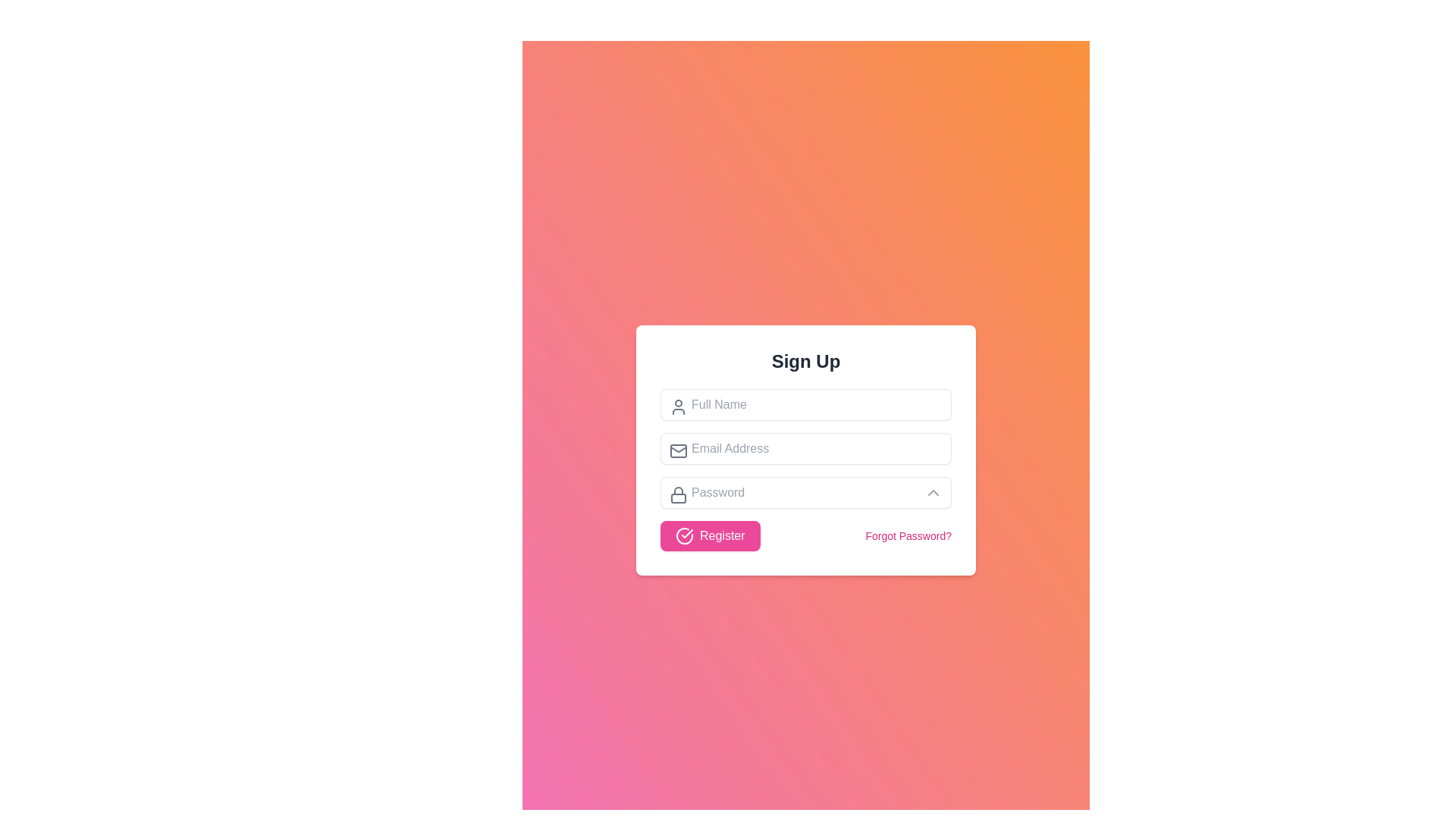 The image size is (1456, 819). I want to click on the gray user avatar SVG icon located to the left of the 'Full Name' text input field, which is visually distinct and aligned with the input's vertical center, so click(677, 406).